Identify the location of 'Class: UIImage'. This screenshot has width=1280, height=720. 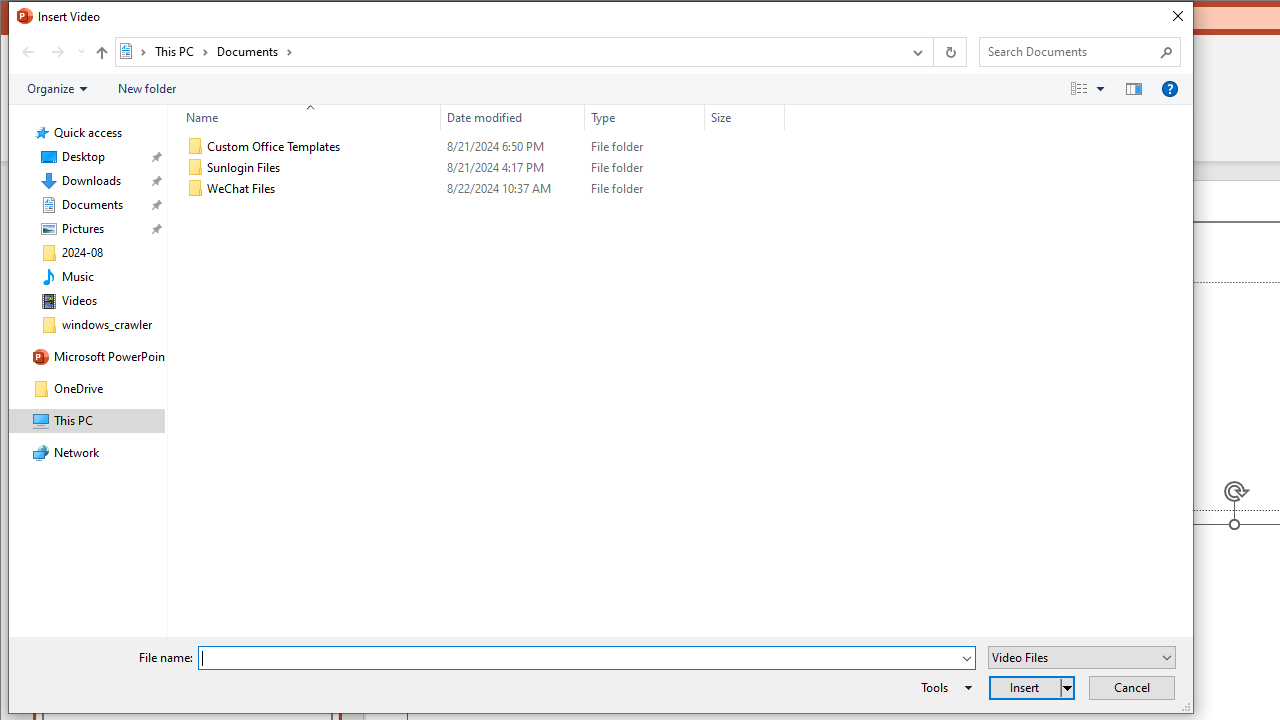
(195, 189).